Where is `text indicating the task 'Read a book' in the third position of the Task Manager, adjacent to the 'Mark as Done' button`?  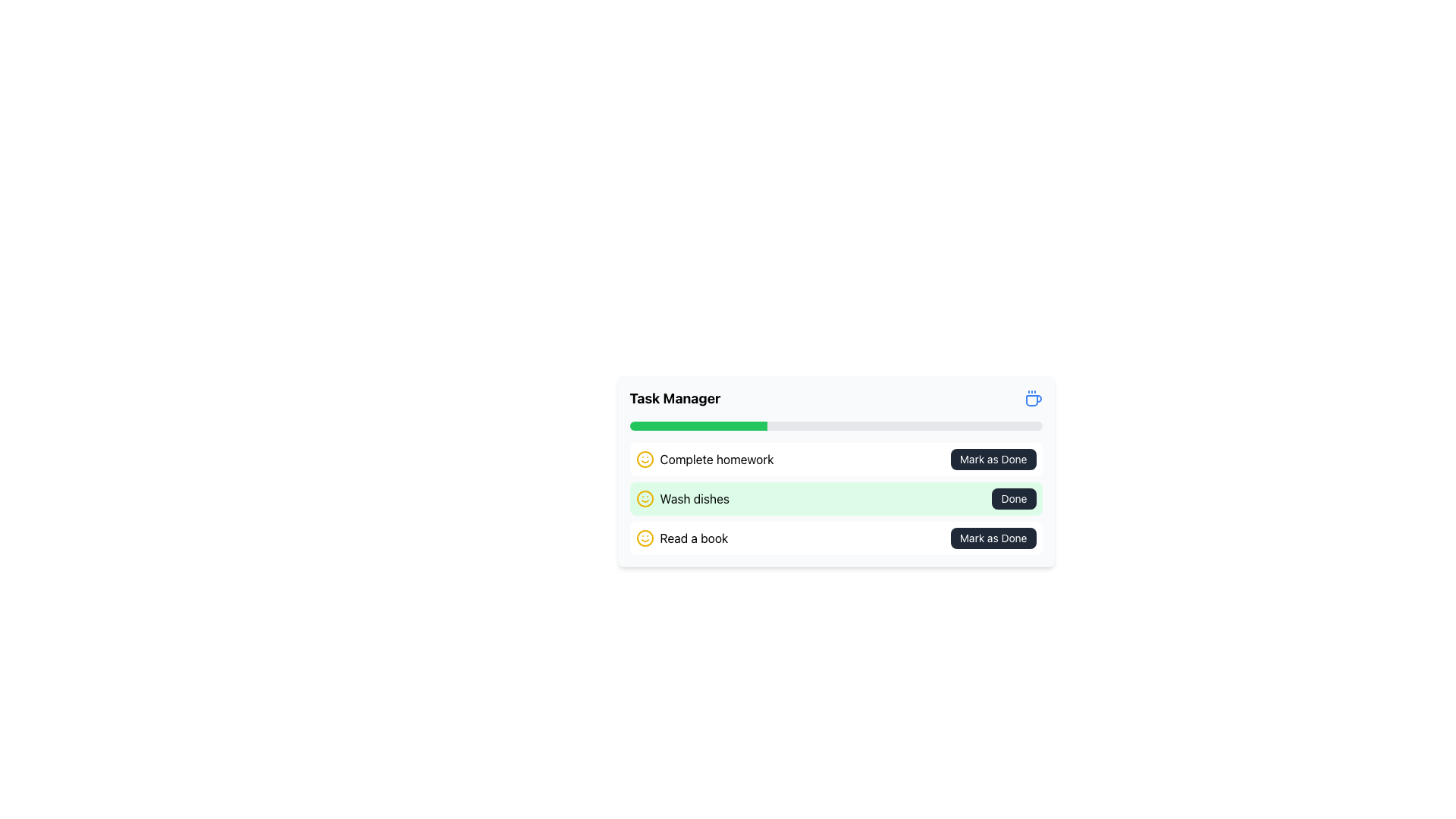
text indicating the task 'Read a book' in the third position of the Task Manager, adjacent to the 'Mark as Done' button is located at coordinates (681, 537).